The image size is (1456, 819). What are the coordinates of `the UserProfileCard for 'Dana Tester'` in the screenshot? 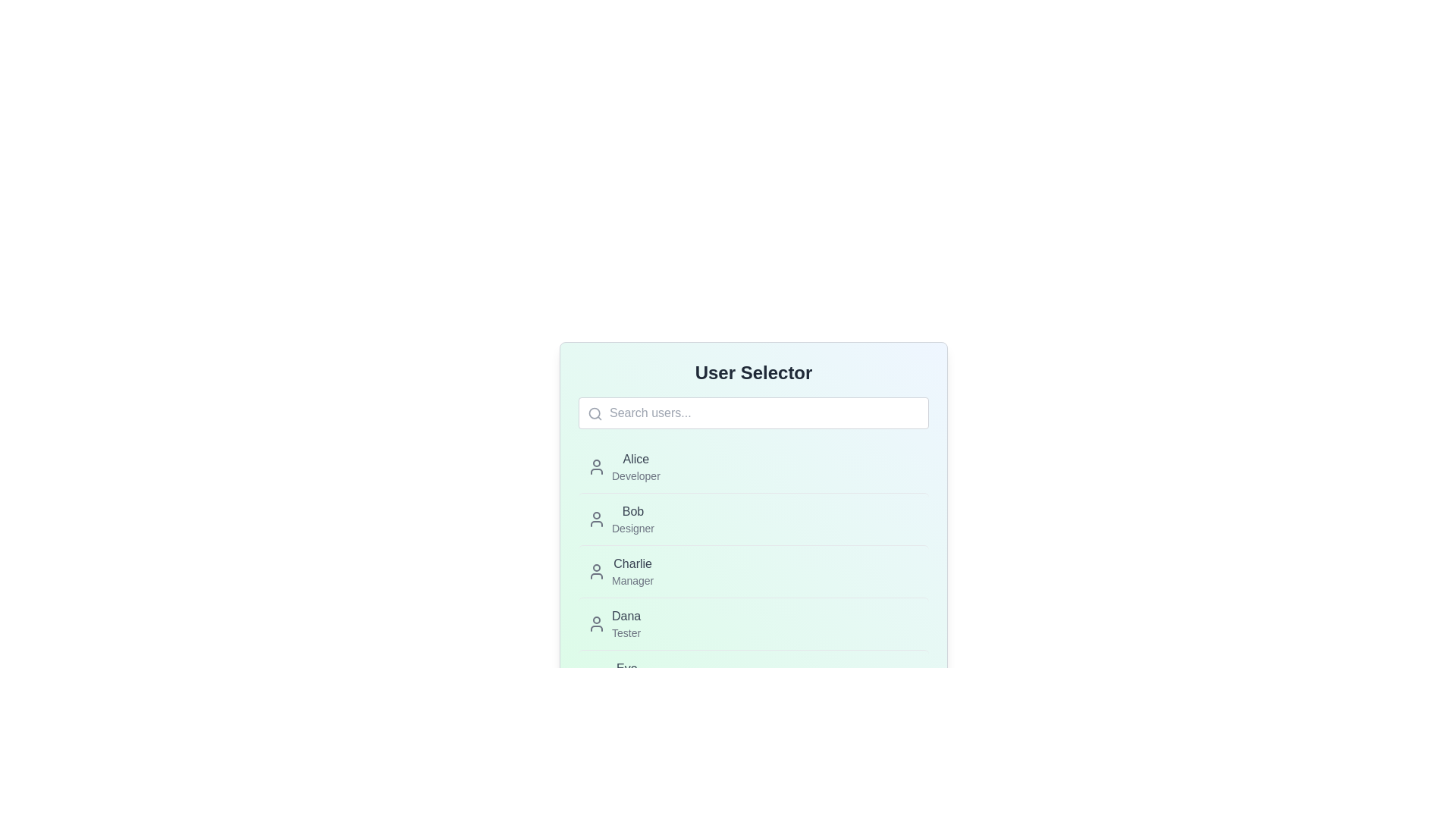 It's located at (614, 623).